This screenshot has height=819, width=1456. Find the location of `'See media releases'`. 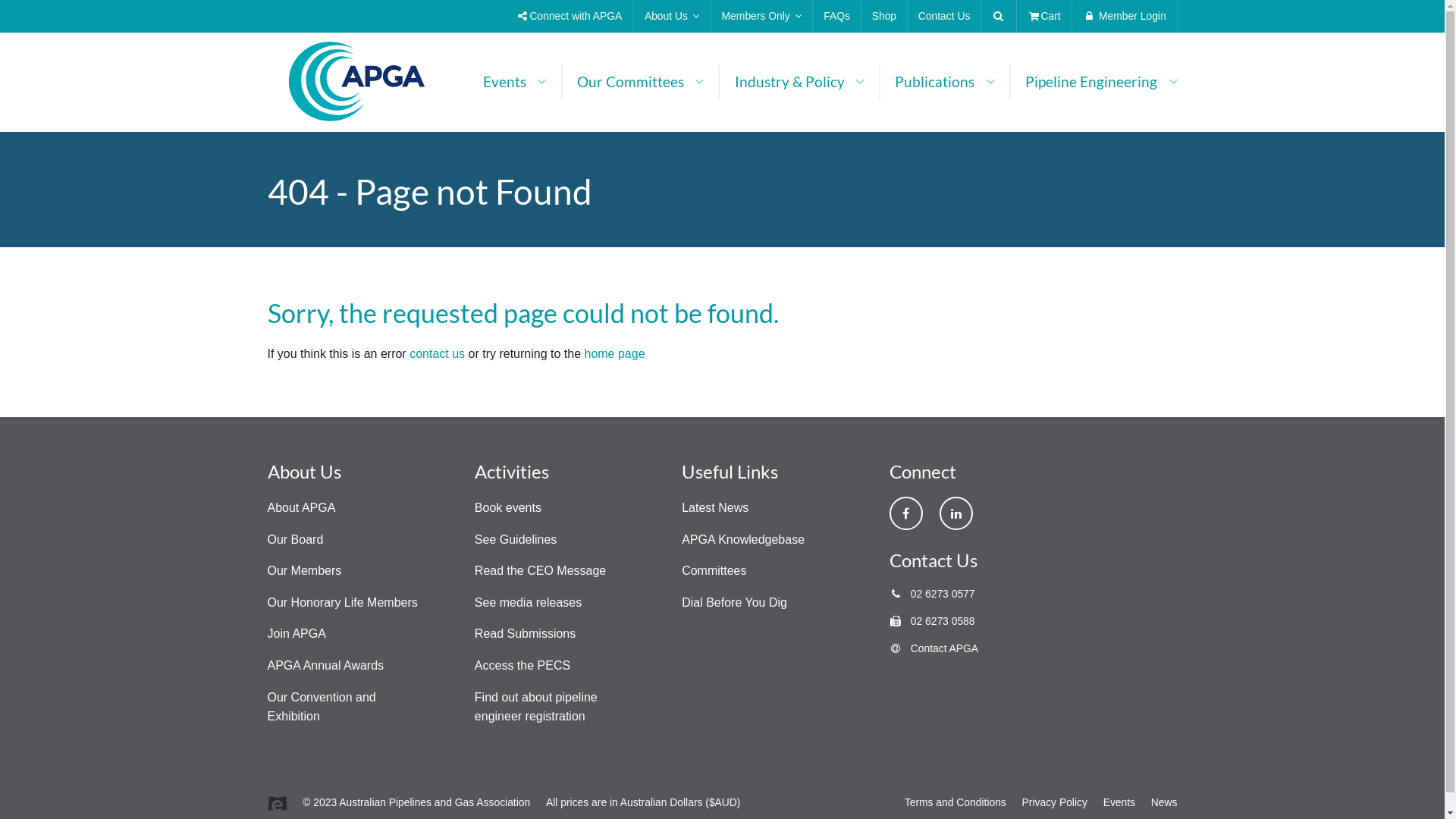

'See media releases' is located at coordinates (528, 601).